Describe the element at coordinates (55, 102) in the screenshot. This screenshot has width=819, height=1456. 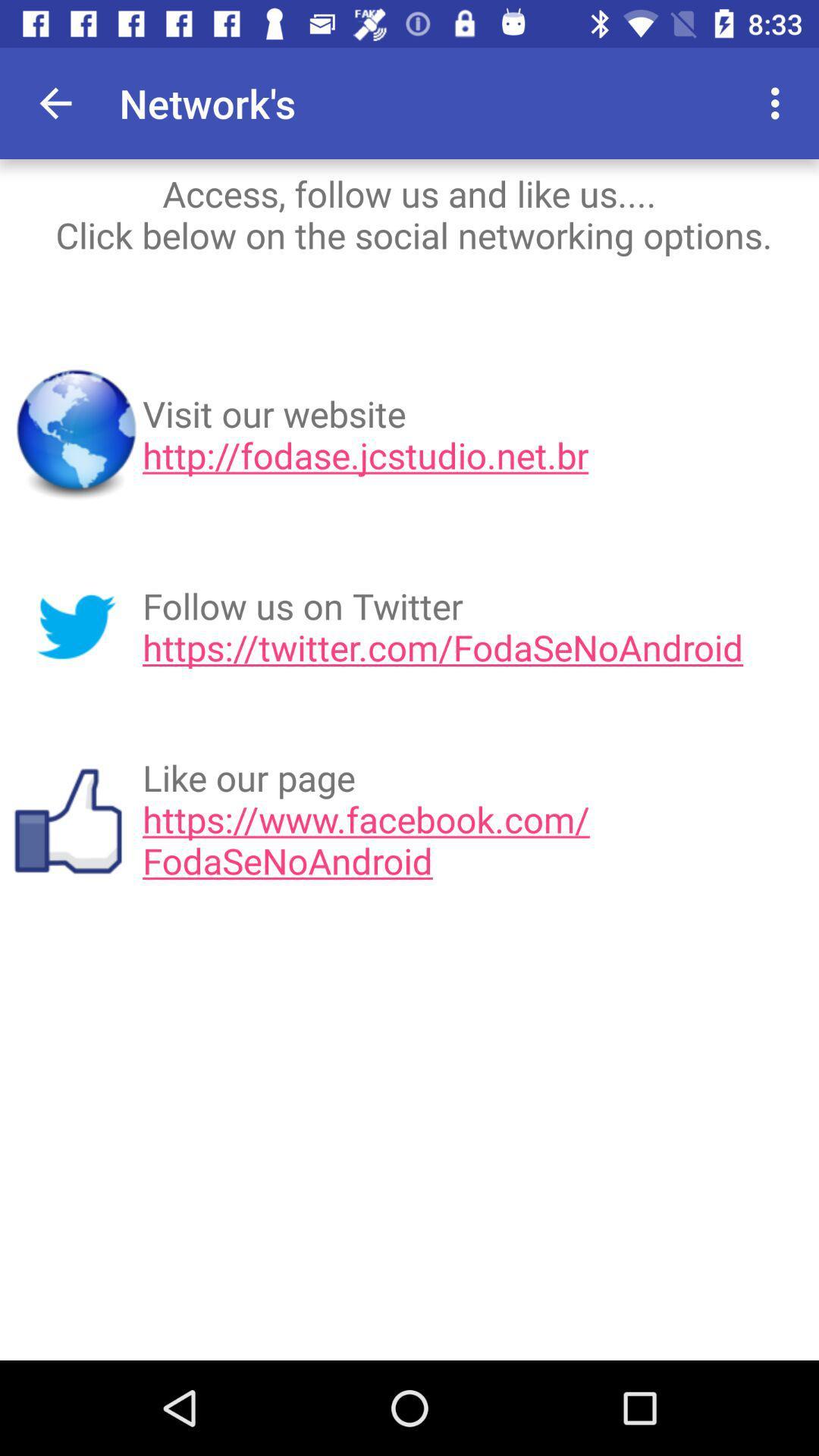
I see `item above the access follow us` at that location.